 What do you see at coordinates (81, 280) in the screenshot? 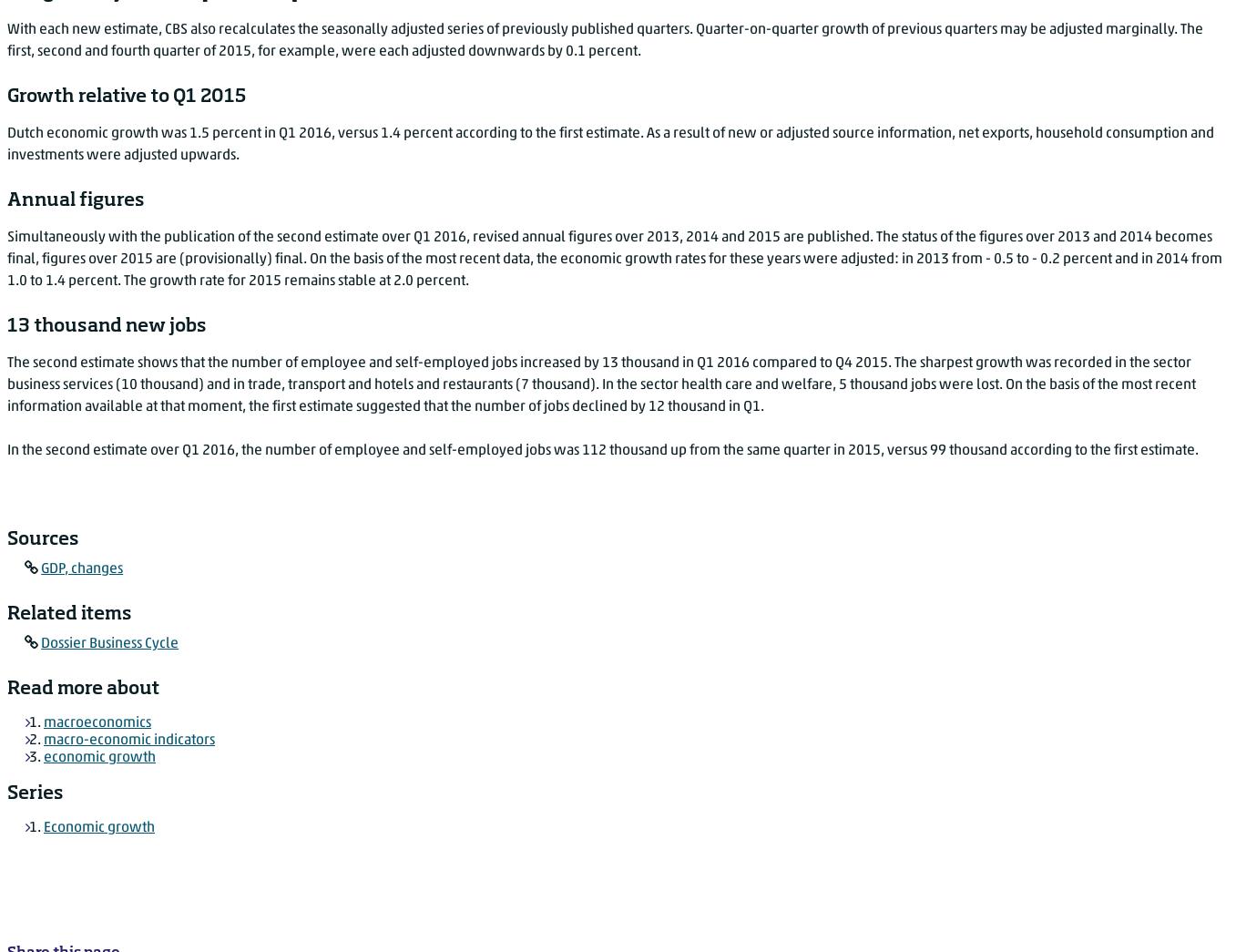
I see `'1.4 percent'` at bounding box center [81, 280].